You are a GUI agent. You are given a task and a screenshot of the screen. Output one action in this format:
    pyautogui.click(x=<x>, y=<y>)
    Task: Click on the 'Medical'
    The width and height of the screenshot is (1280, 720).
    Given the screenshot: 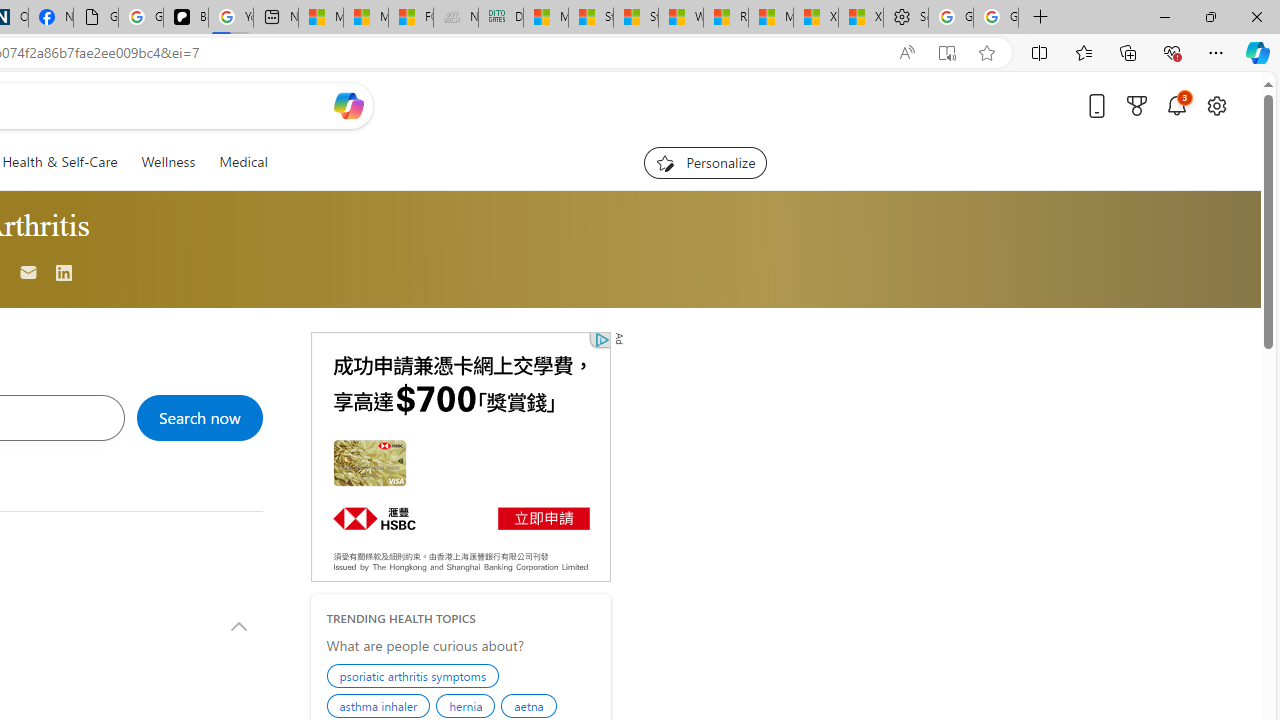 What is the action you would take?
    pyautogui.click(x=242, y=161)
    